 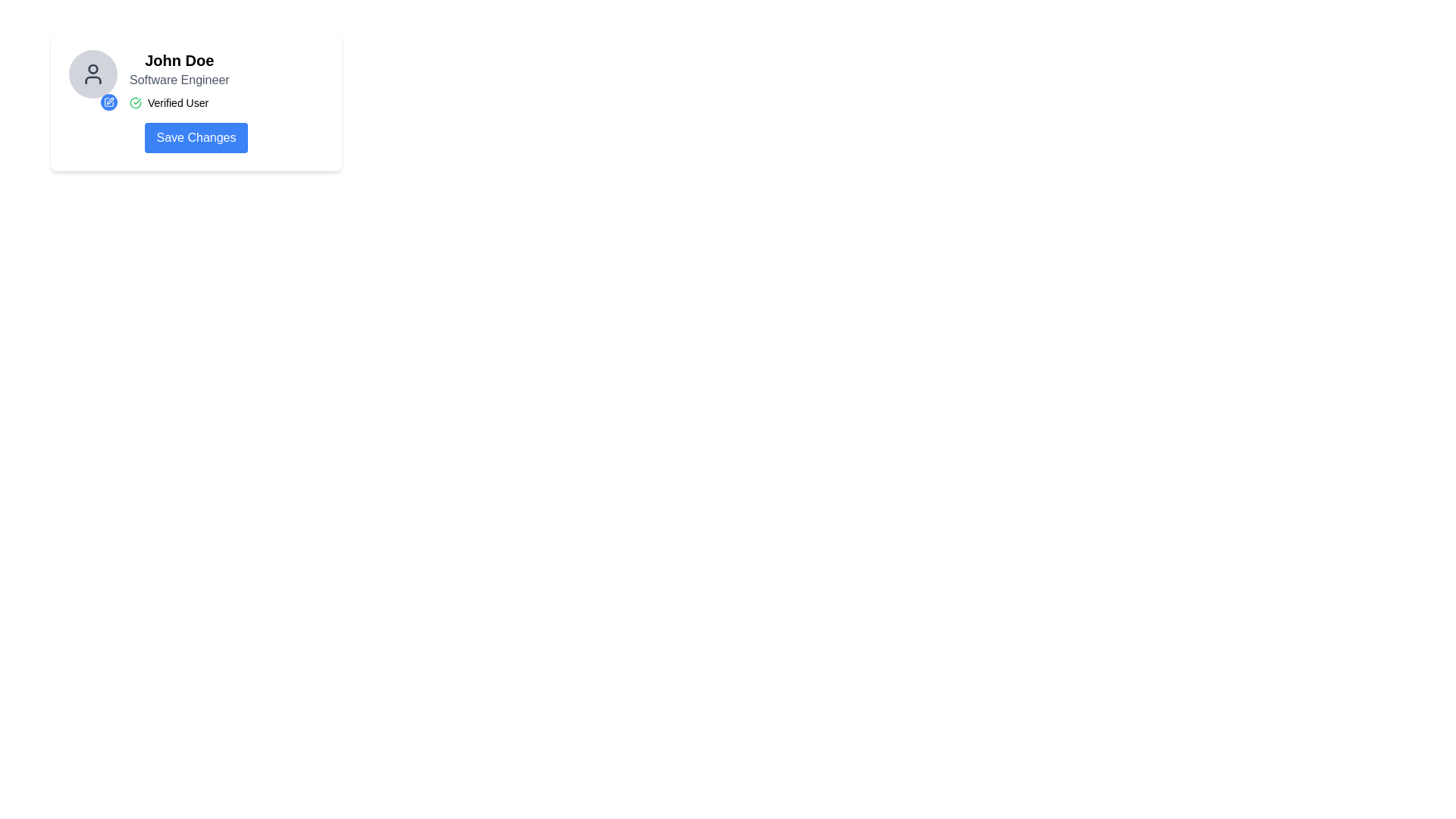 I want to click on the 'Save Changes' button, which is a rectangular button with rounded corners, vibrant blue color, and white text, located at the bottom of the user information card, so click(x=196, y=137).